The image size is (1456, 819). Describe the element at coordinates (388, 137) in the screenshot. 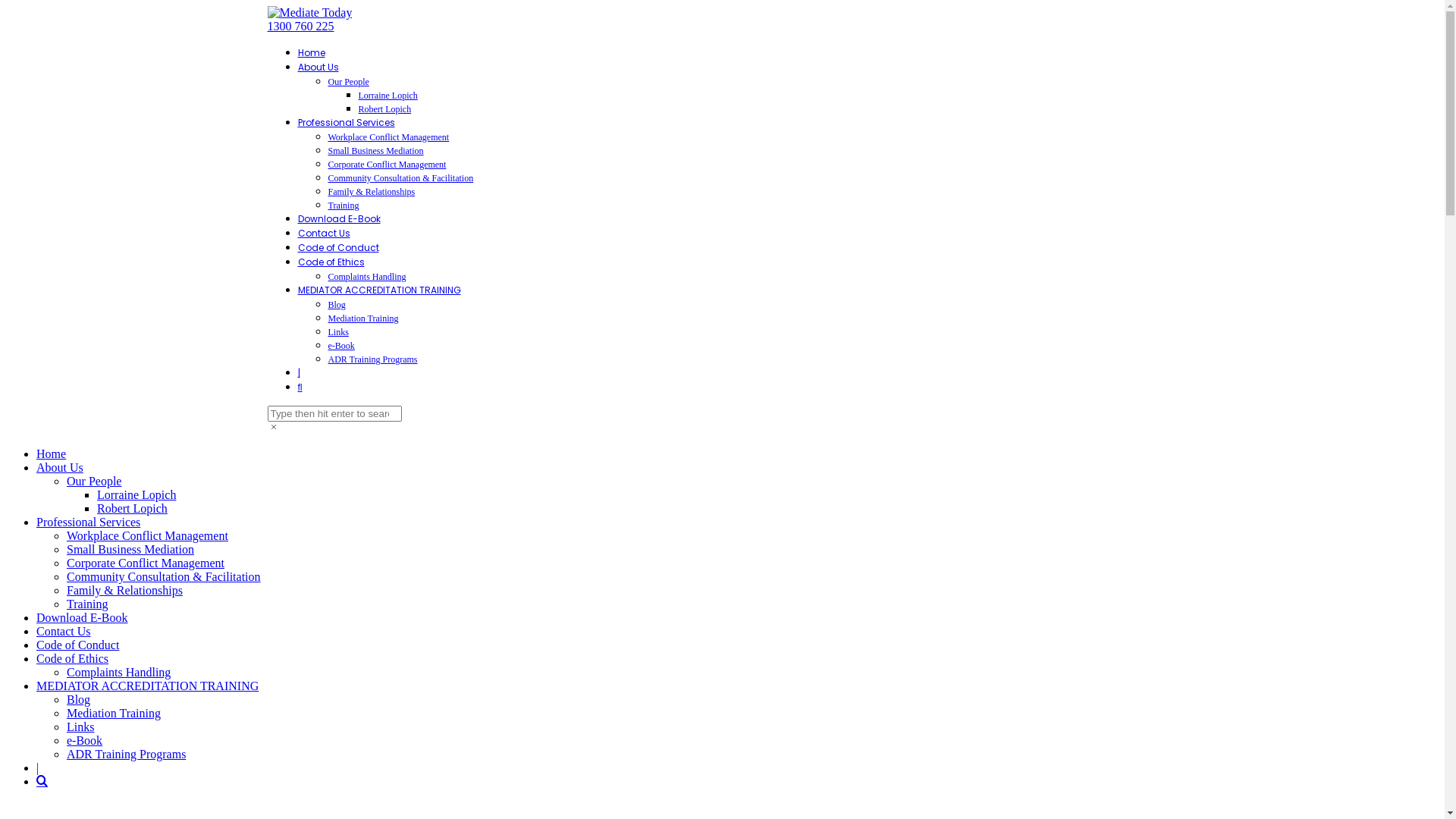

I see `'Workplace Conflict Management'` at that location.